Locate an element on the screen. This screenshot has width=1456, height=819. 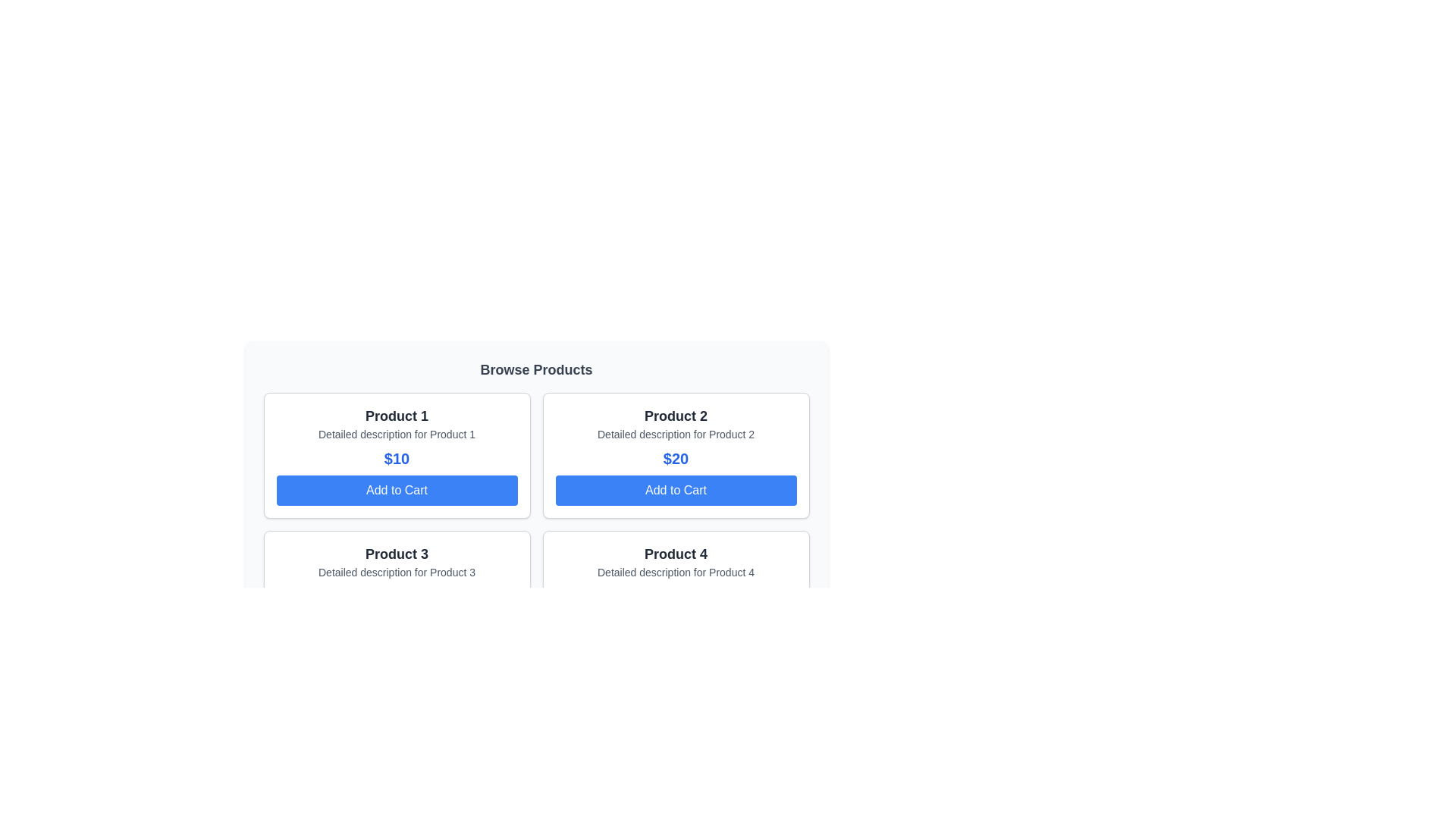
the label providing details about 'Product 2', located below the title 'Product 2' and above the price label '$20' in the second product tile of the grid is located at coordinates (675, 435).